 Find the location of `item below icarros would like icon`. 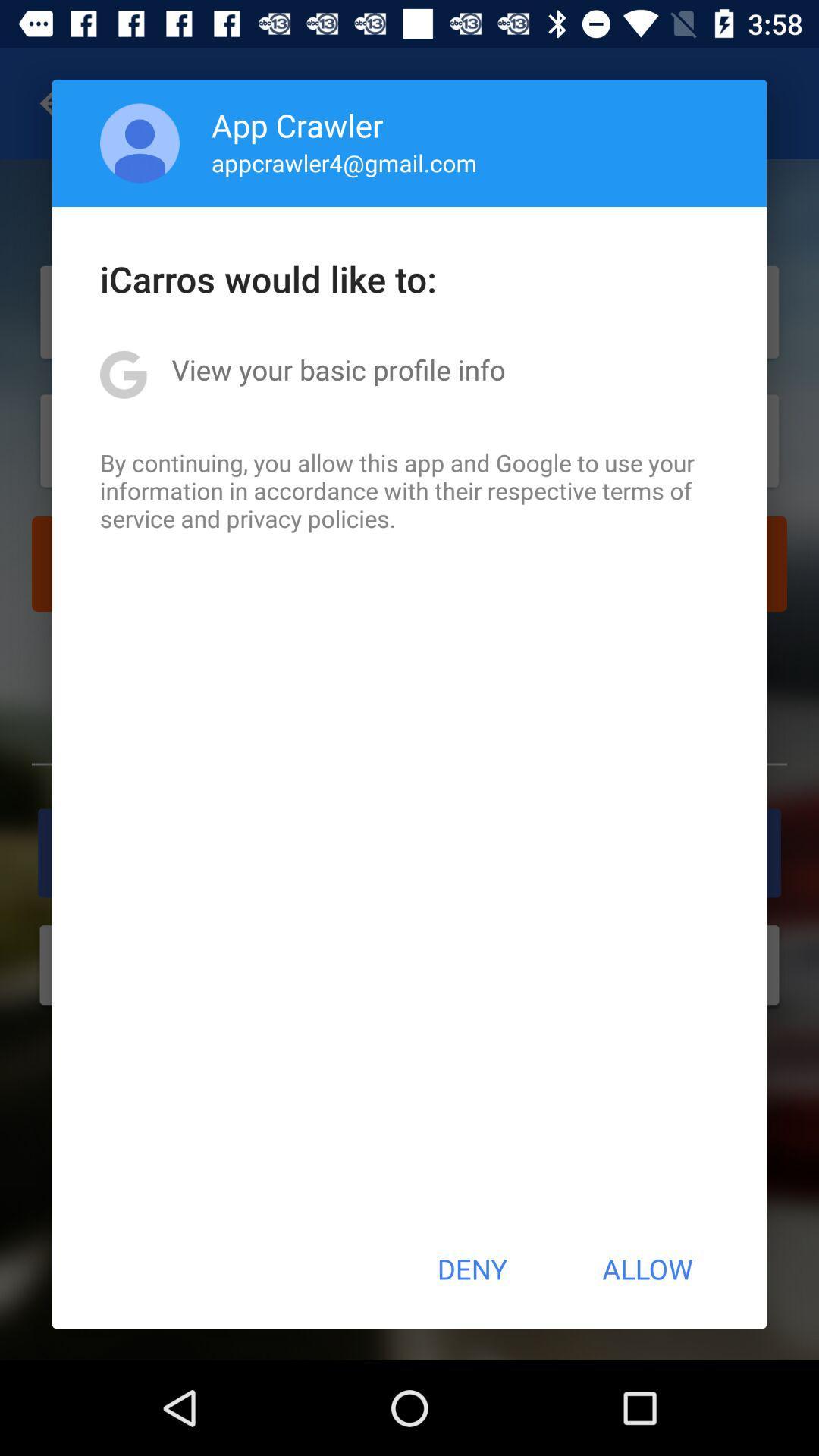

item below icarros would like icon is located at coordinates (337, 369).